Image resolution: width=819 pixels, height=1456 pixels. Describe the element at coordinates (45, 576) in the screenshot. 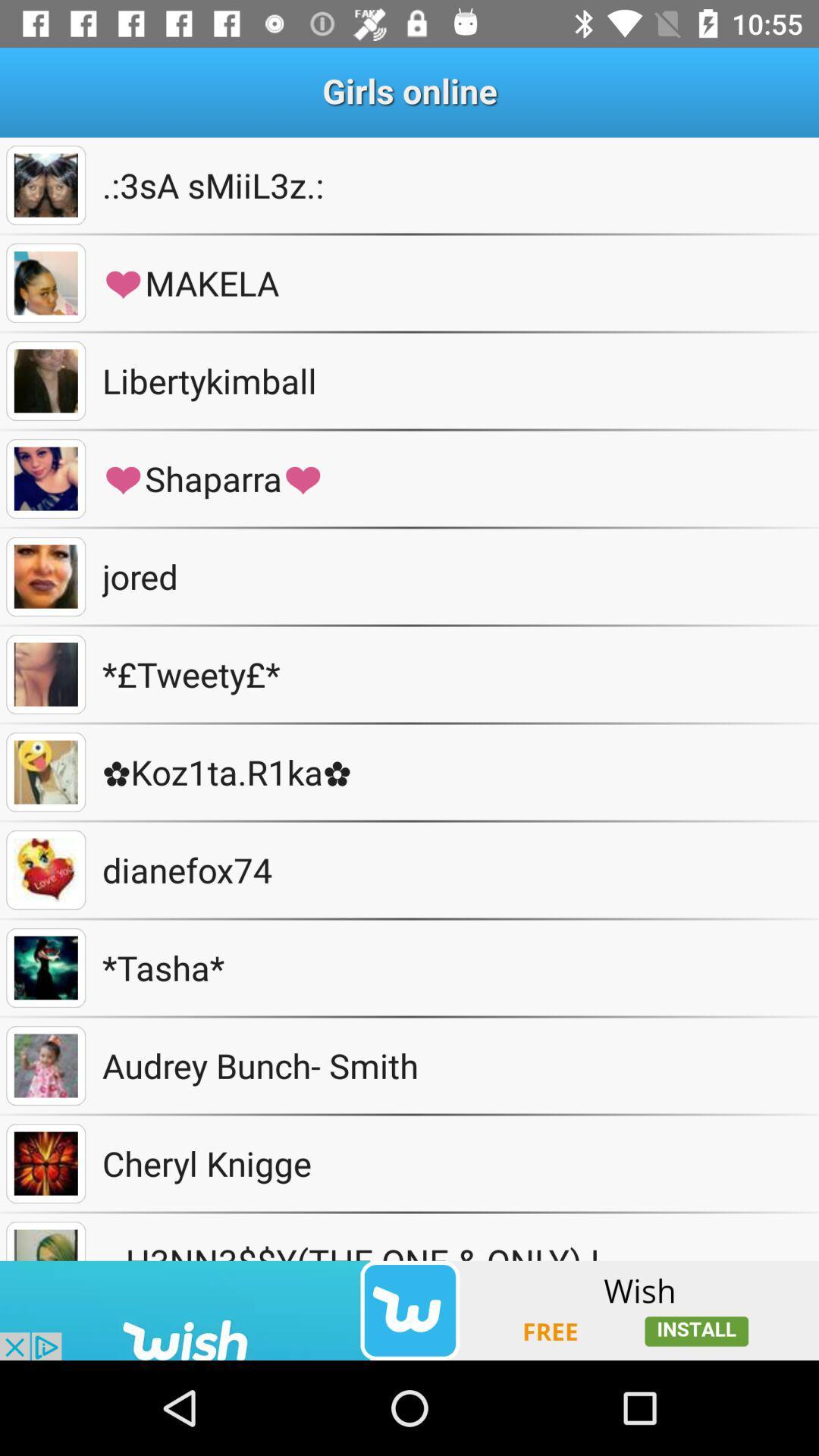

I see `see picture` at that location.